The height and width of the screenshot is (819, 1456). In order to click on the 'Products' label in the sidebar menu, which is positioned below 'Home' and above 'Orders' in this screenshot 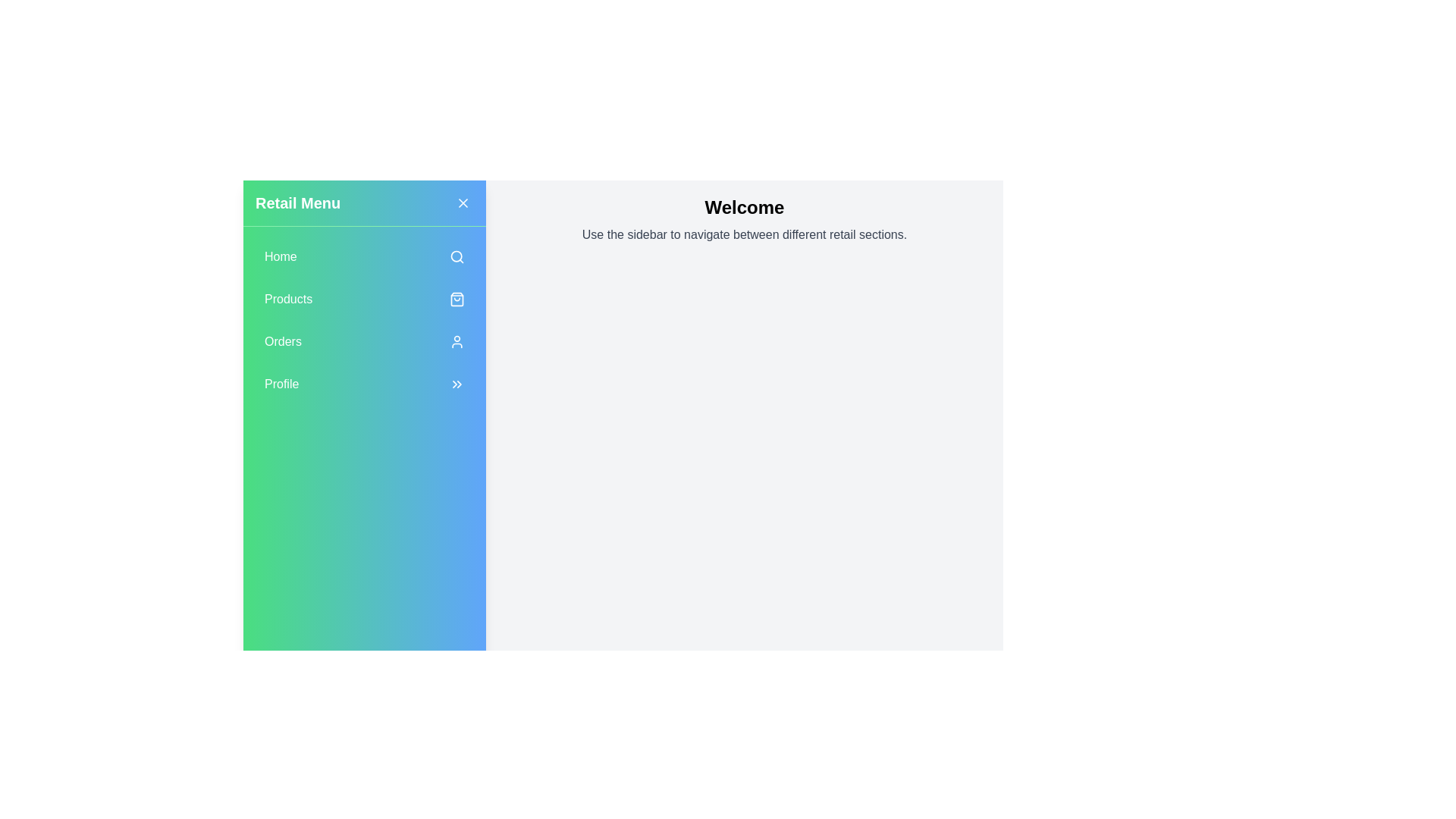, I will do `click(288, 299)`.